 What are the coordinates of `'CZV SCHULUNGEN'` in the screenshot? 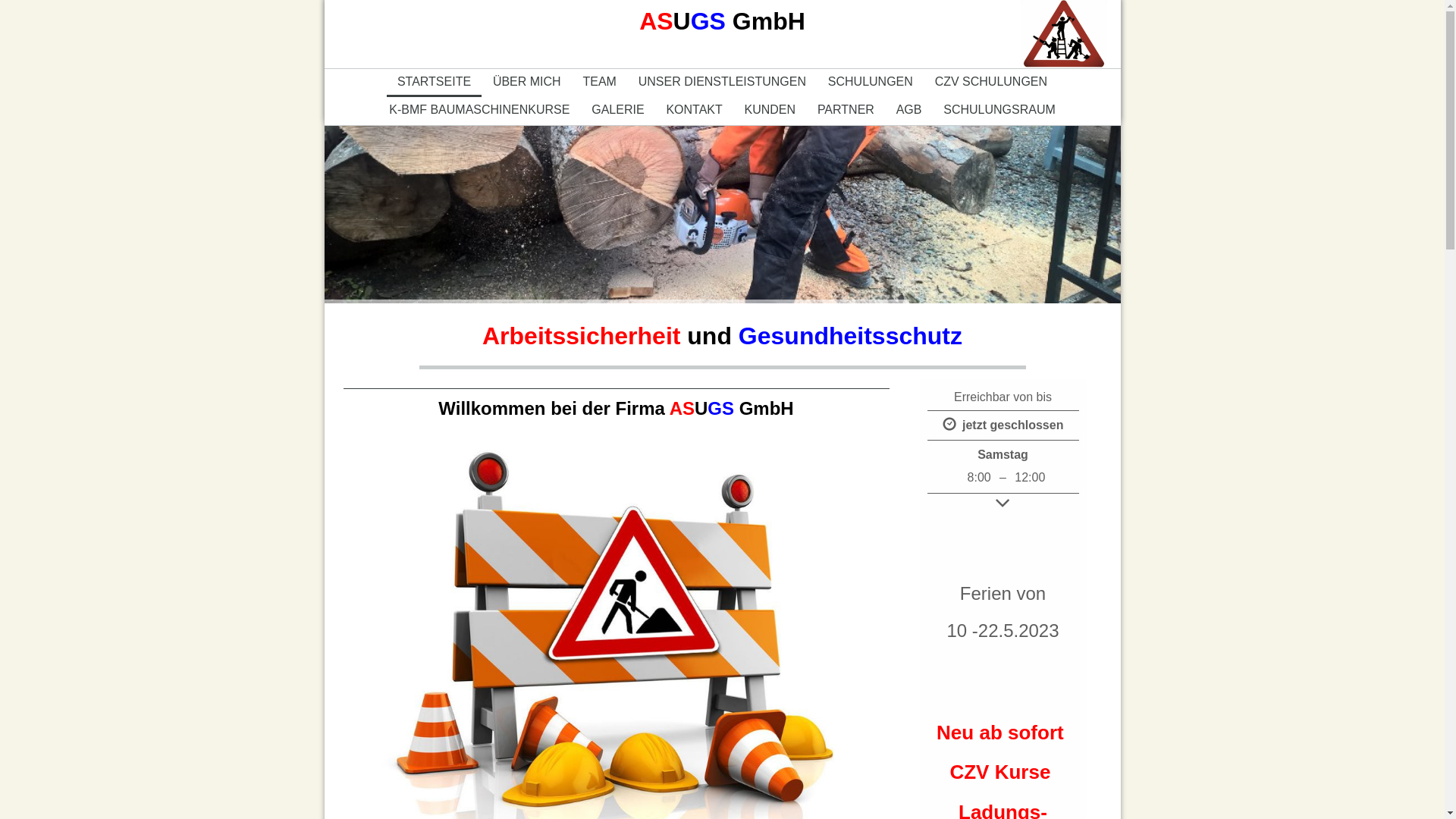 It's located at (990, 82).